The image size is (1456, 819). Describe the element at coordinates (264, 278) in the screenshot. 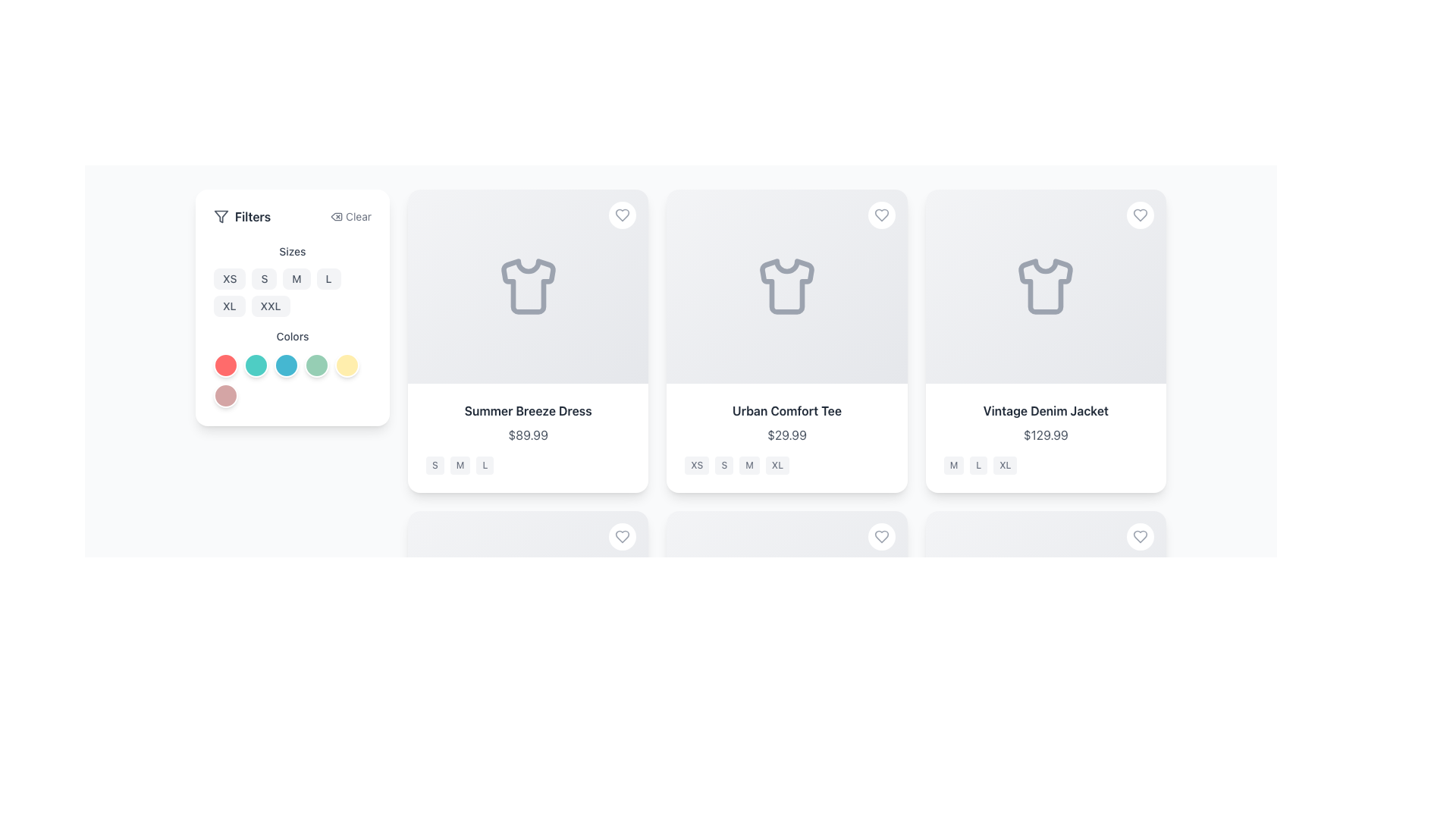

I see `the rounded rectangular button with the letter 'S'` at that location.